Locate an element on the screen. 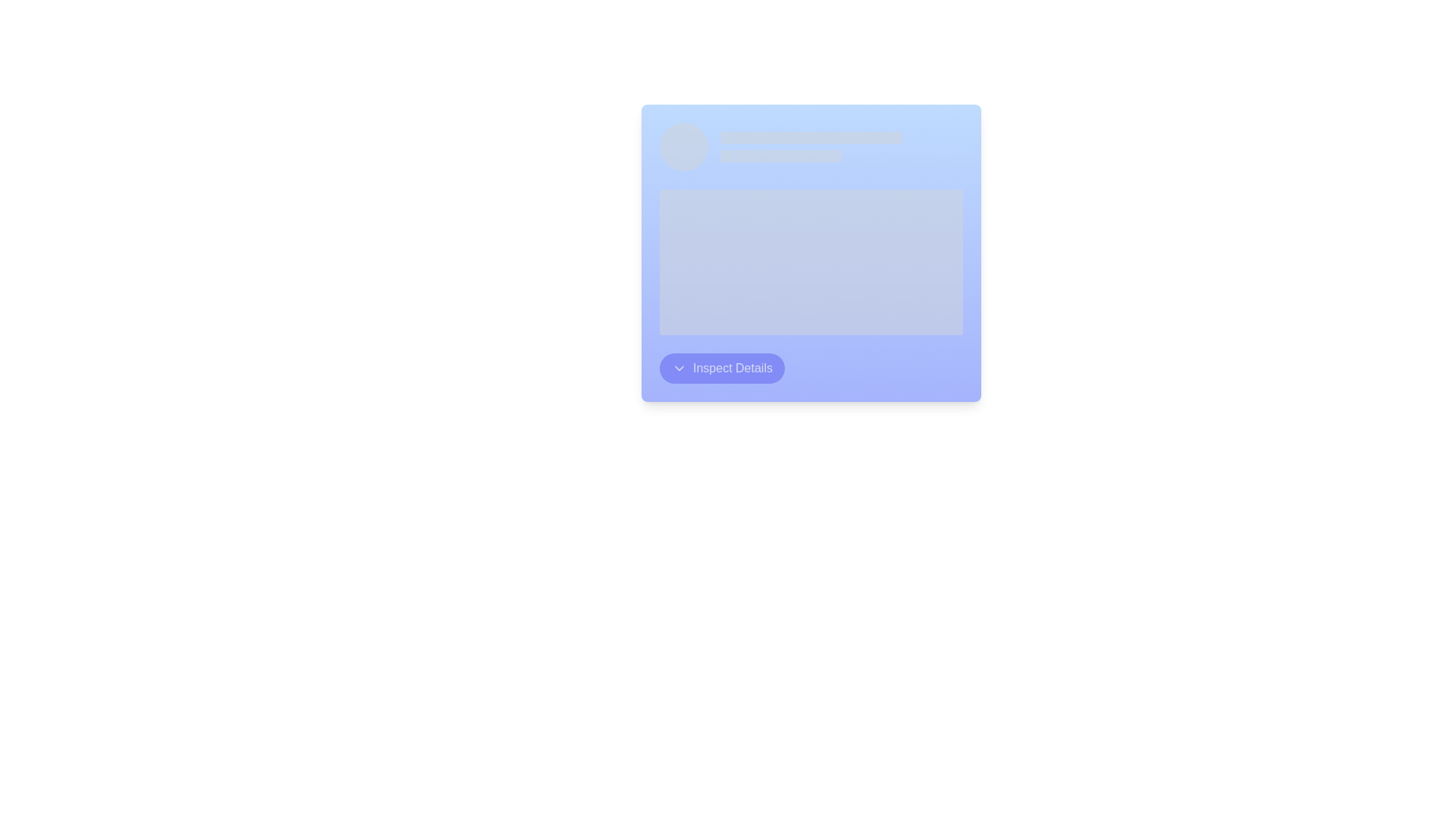 The image size is (1456, 819). the second horizontal progress indicator bar located in the top-middle portion of the interface box, beneath a circular element is located at coordinates (780, 155).